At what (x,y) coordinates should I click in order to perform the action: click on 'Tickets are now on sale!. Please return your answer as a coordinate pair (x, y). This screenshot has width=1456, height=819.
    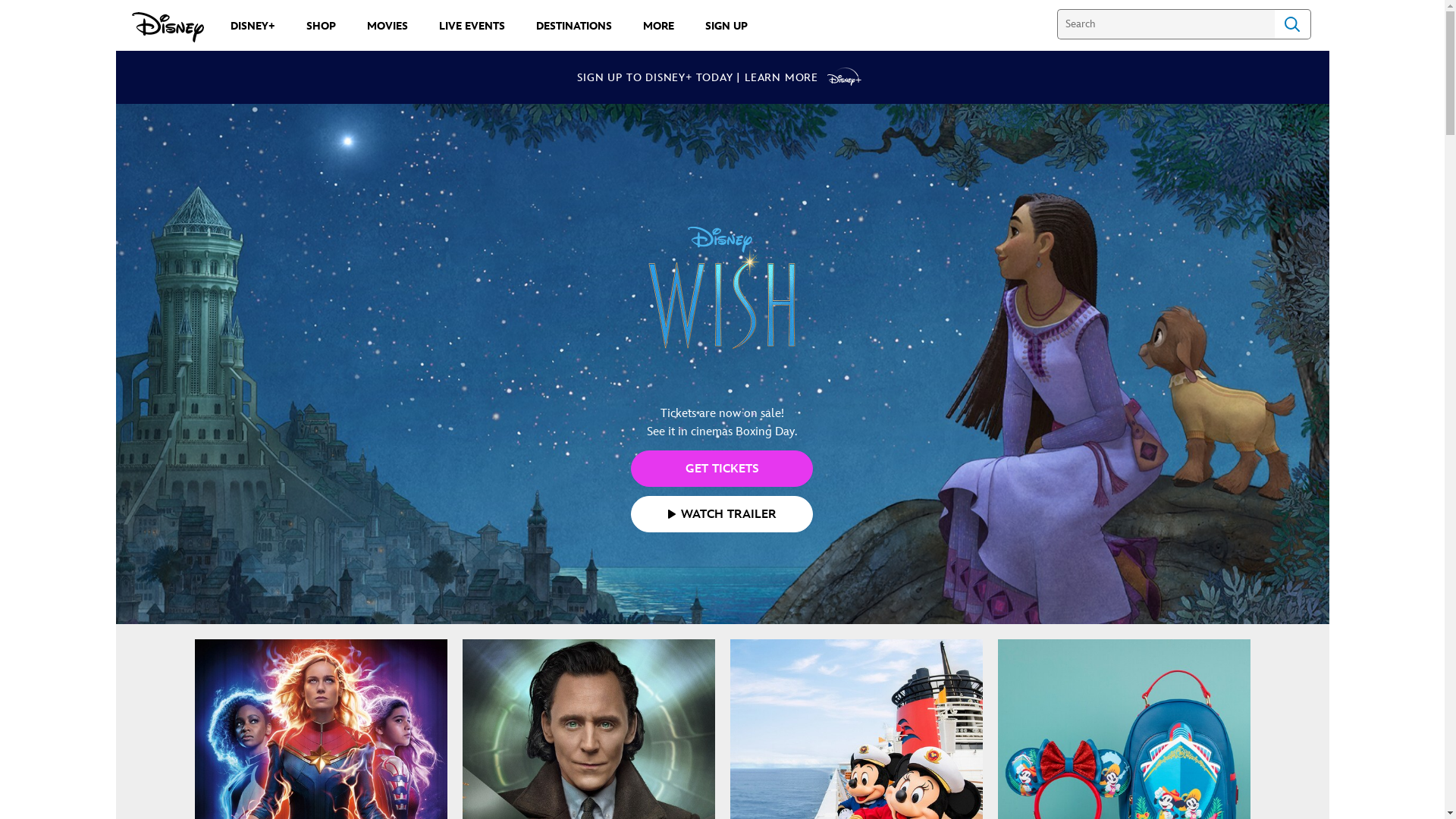
    Looking at the image, I should click on (720, 318).